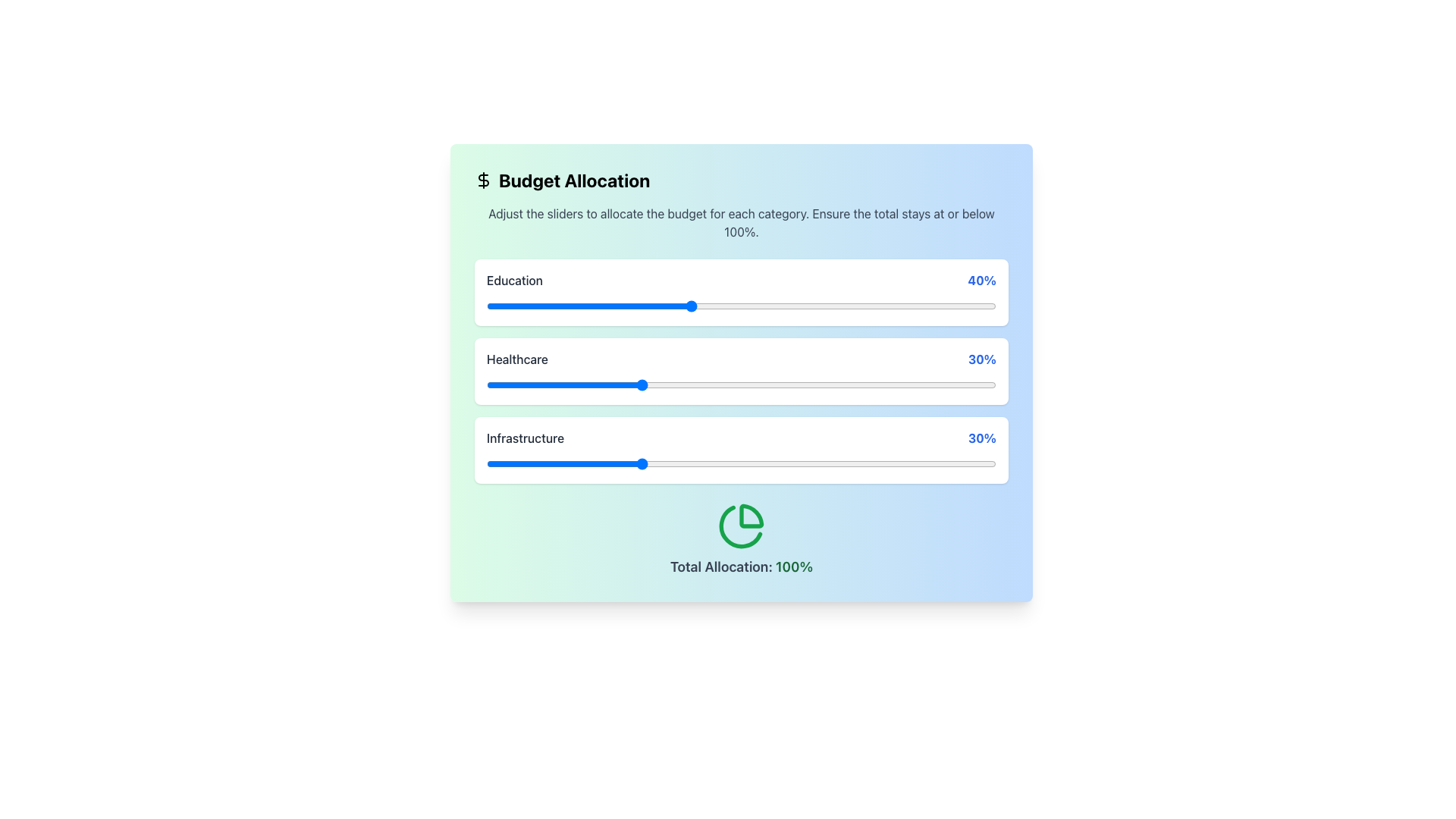  Describe the element at coordinates (526, 438) in the screenshot. I see `the label that identifies the slider and percentage value for the 'Infrastructure' budget allocation, which is located in the 'Budget Allocation' section above the slider and aligned with '30%' text` at that location.